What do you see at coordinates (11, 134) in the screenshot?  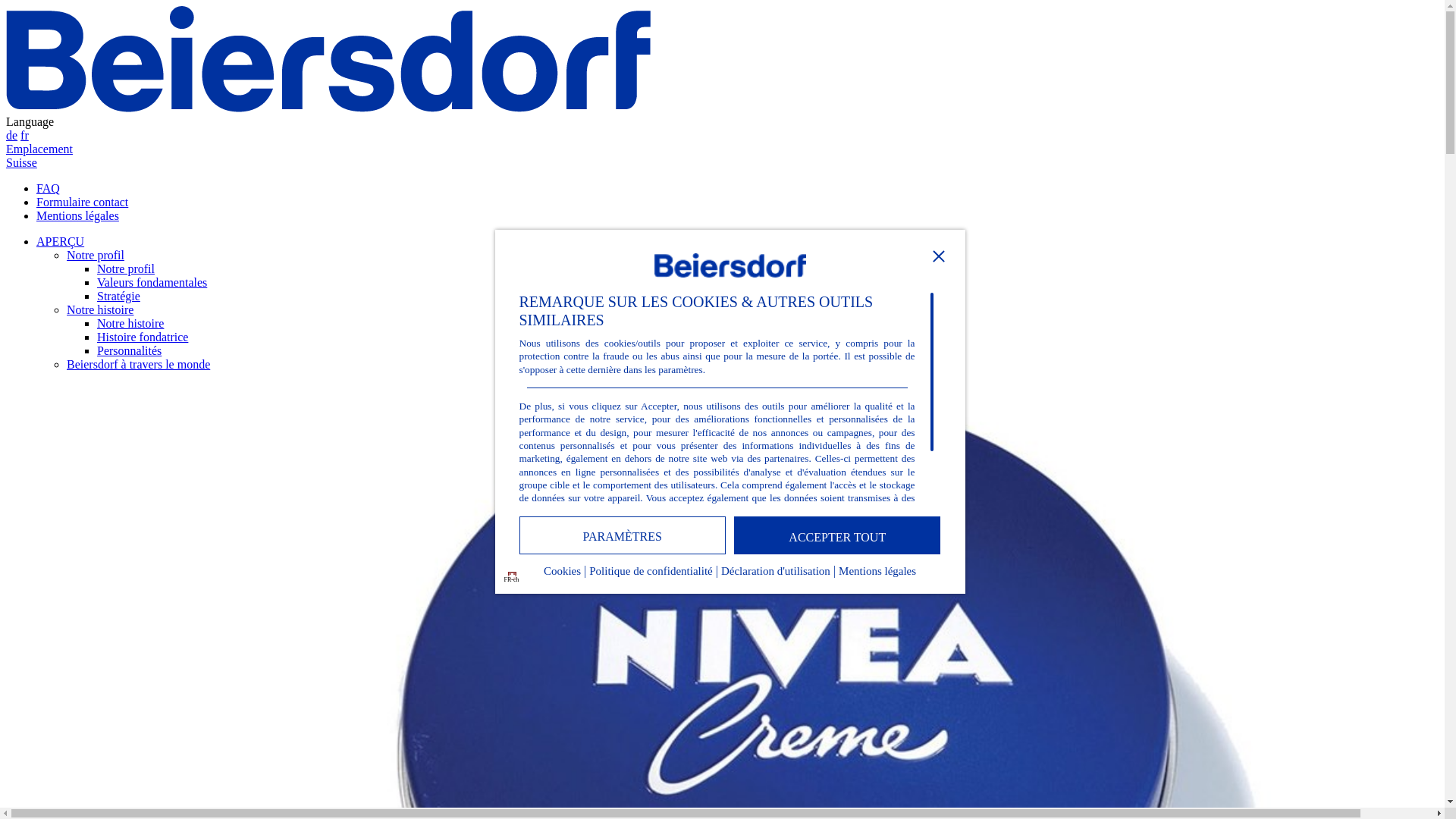 I see `'de'` at bounding box center [11, 134].